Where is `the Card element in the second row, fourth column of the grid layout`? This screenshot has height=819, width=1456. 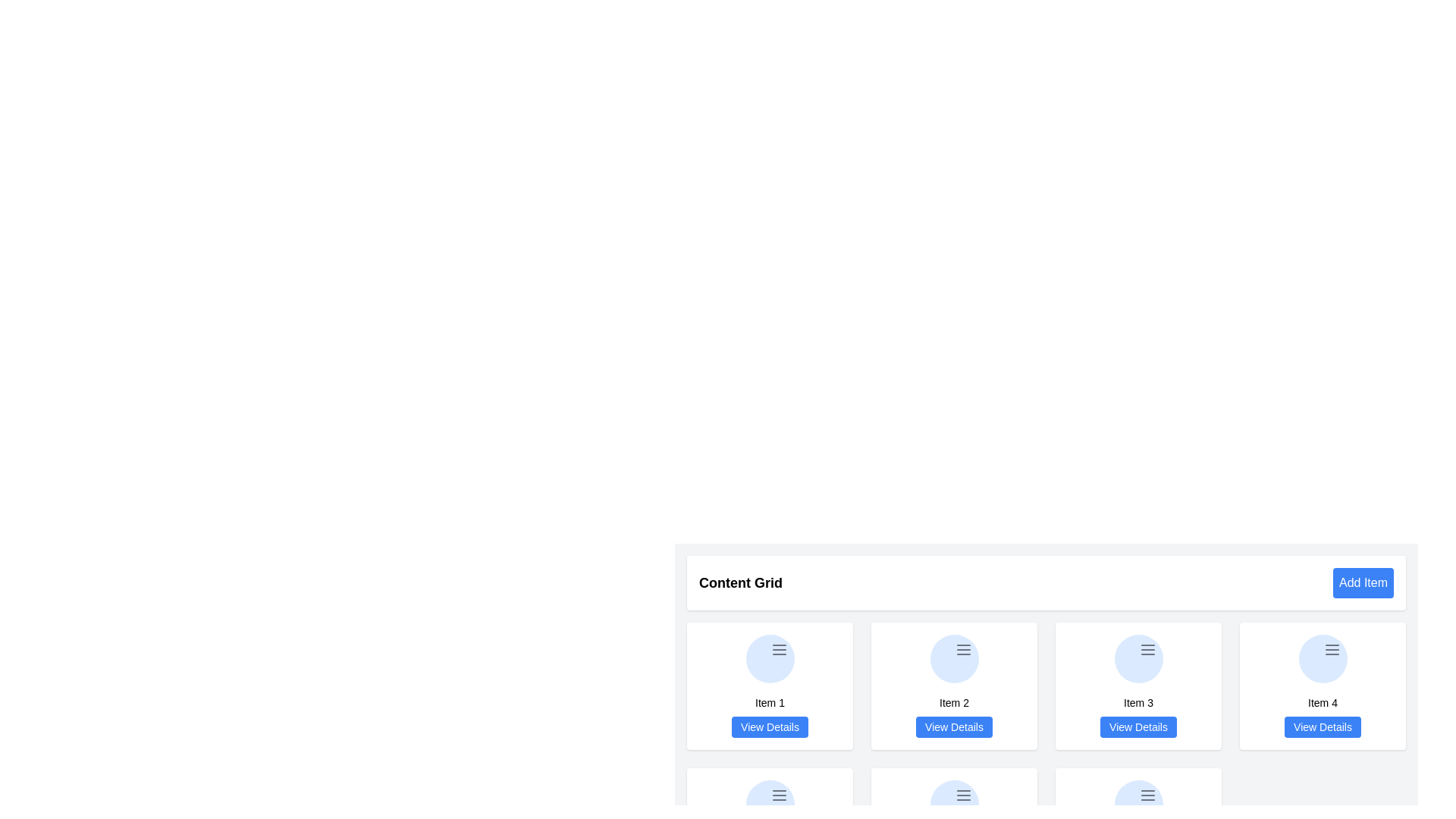
the Card element in the second row, fourth column of the grid layout is located at coordinates (1322, 686).